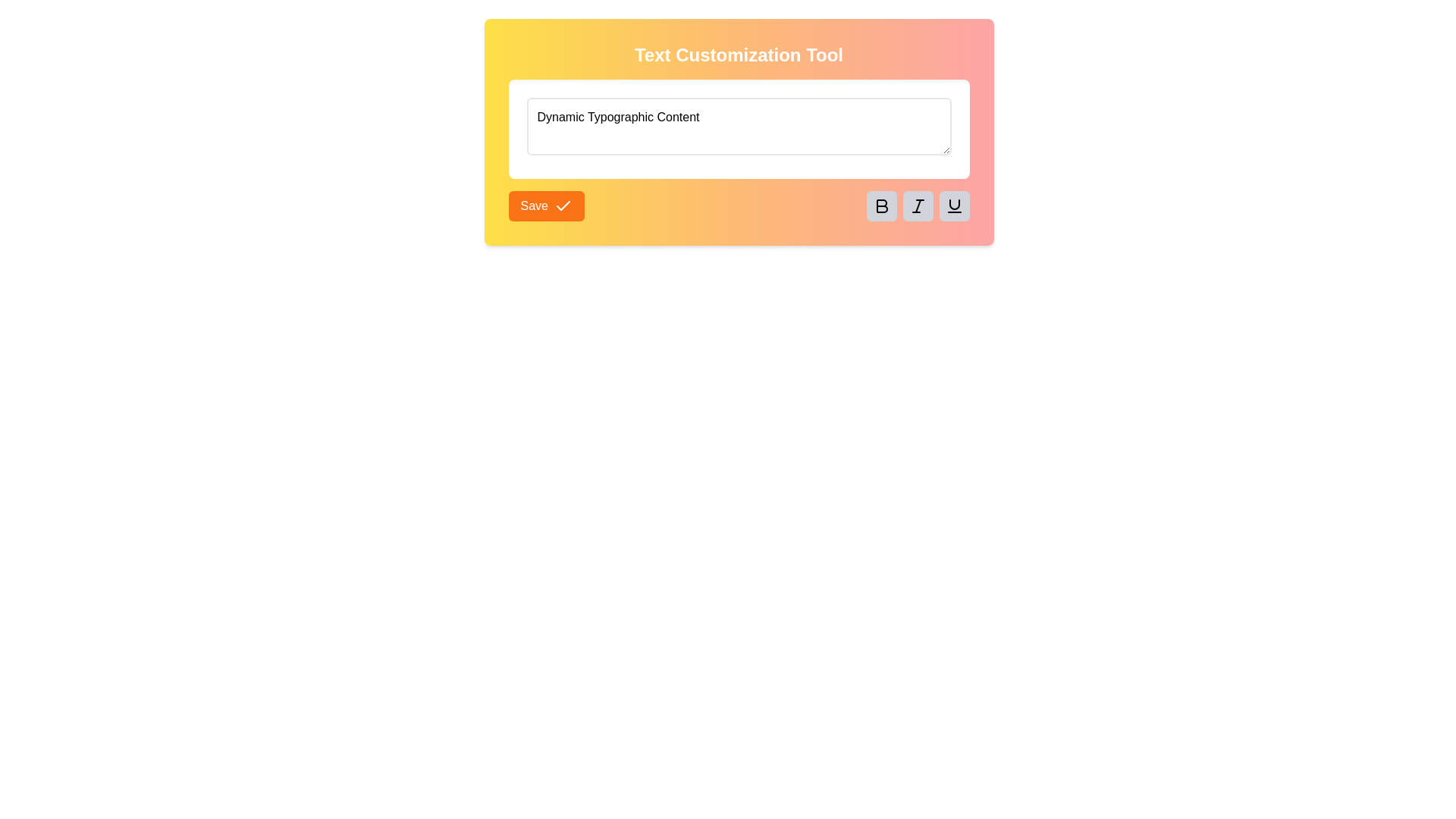 Image resolution: width=1456 pixels, height=819 pixels. Describe the element at coordinates (563, 206) in the screenshot. I see `the small checkmark icon rendered in a minimalist stroke style, located to the right of the 'Save' text within the vibrant orange button` at that location.